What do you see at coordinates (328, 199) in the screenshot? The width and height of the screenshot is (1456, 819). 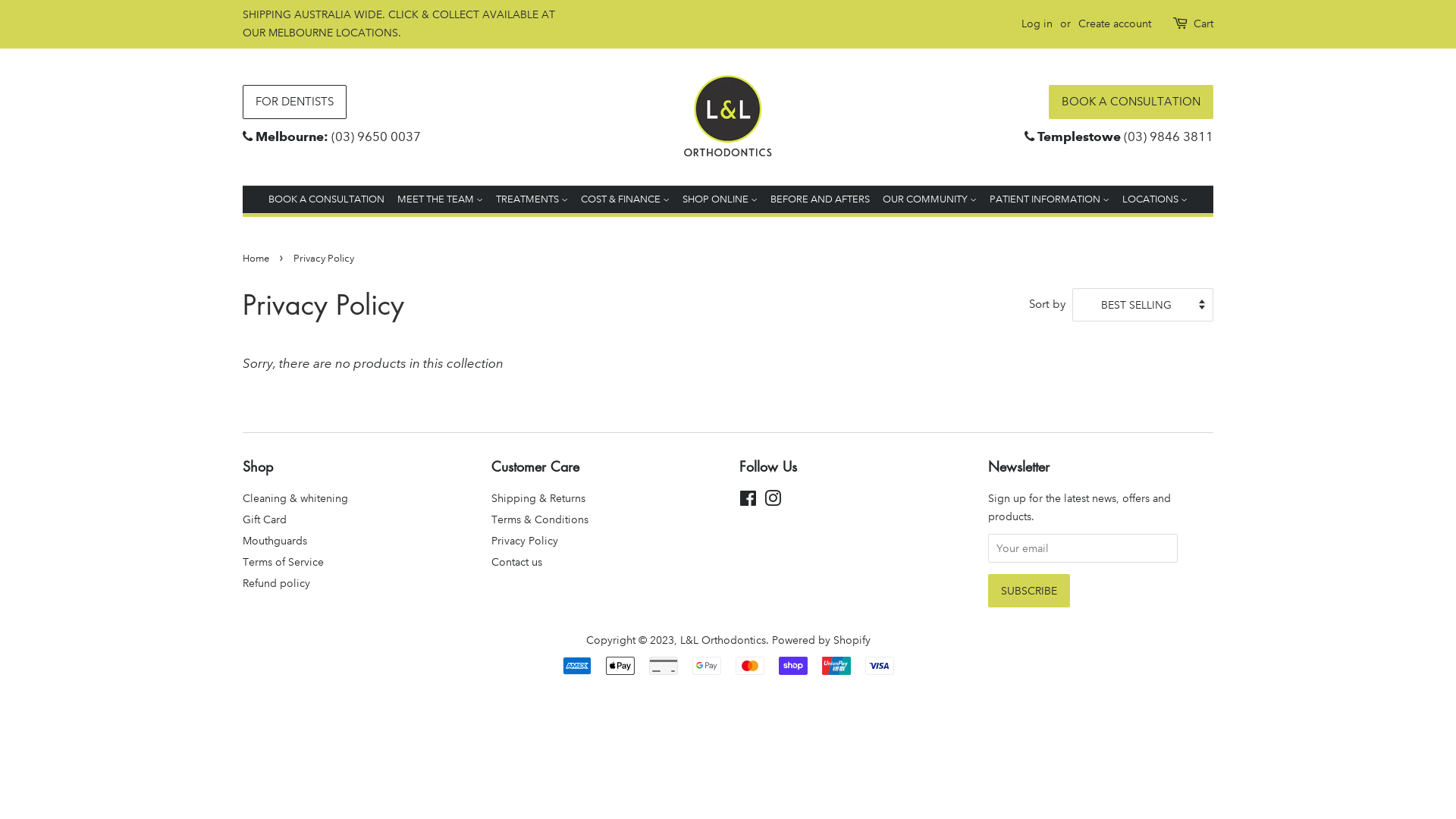 I see `'BOOK A CONSULTATION'` at bounding box center [328, 199].